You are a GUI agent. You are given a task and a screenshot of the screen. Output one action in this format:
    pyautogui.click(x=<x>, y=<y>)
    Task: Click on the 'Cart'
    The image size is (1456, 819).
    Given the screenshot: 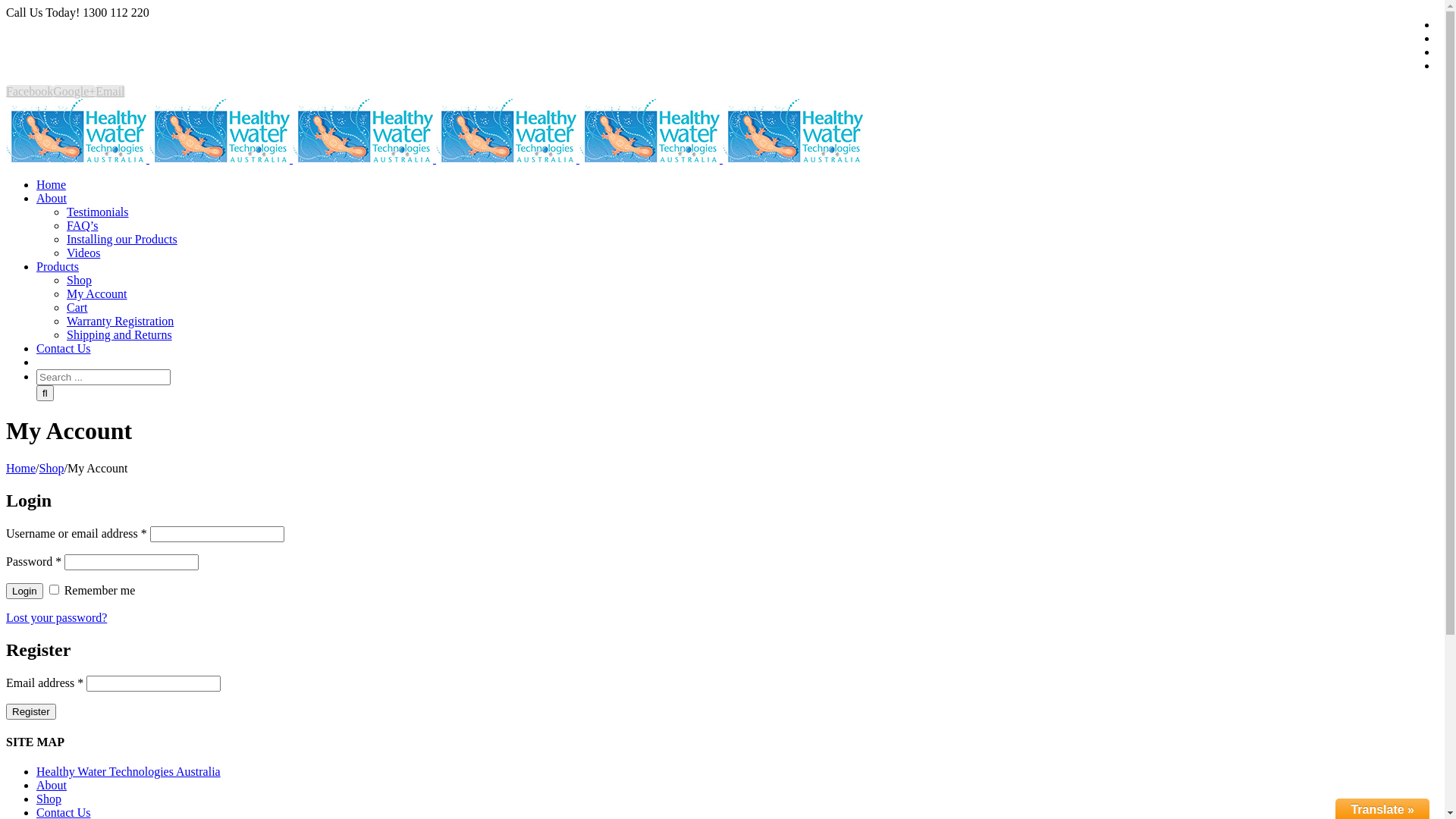 What is the action you would take?
    pyautogui.click(x=65, y=307)
    